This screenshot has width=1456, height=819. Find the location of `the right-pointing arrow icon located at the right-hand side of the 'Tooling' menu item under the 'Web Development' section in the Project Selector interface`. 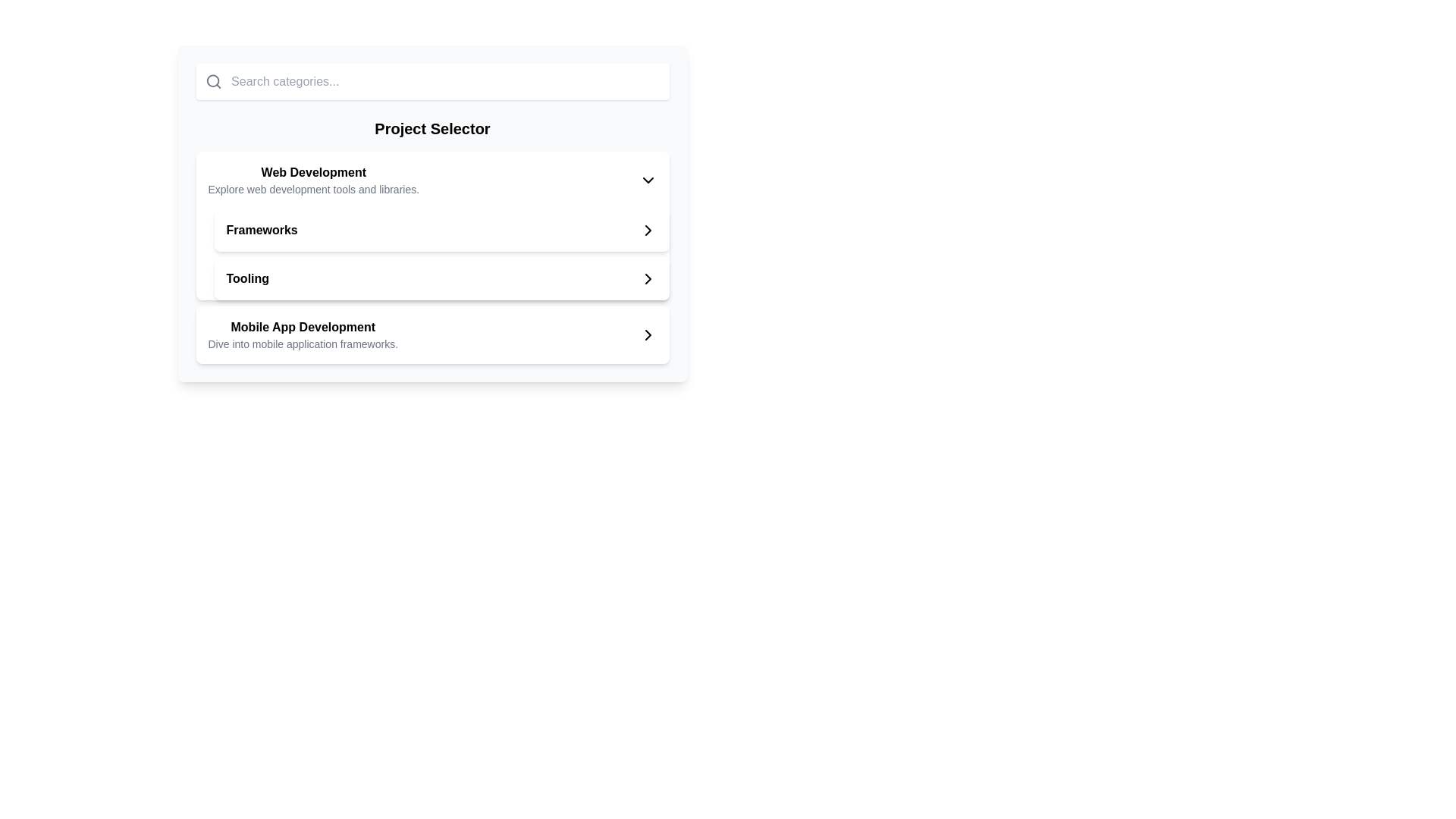

the right-pointing arrow icon located at the right-hand side of the 'Tooling' menu item under the 'Web Development' section in the Project Selector interface is located at coordinates (648, 278).